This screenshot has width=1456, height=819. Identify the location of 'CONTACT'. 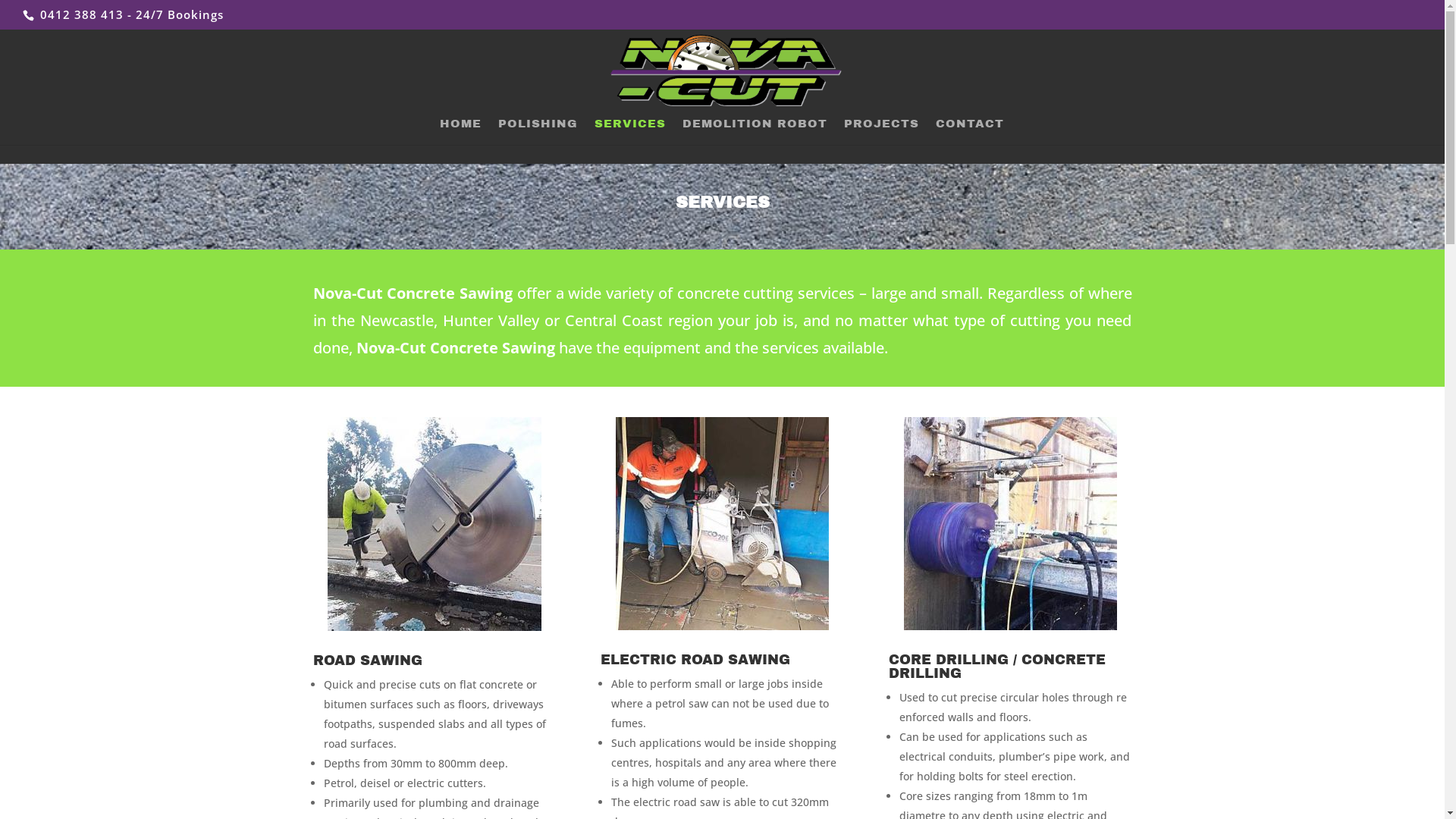
(968, 130).